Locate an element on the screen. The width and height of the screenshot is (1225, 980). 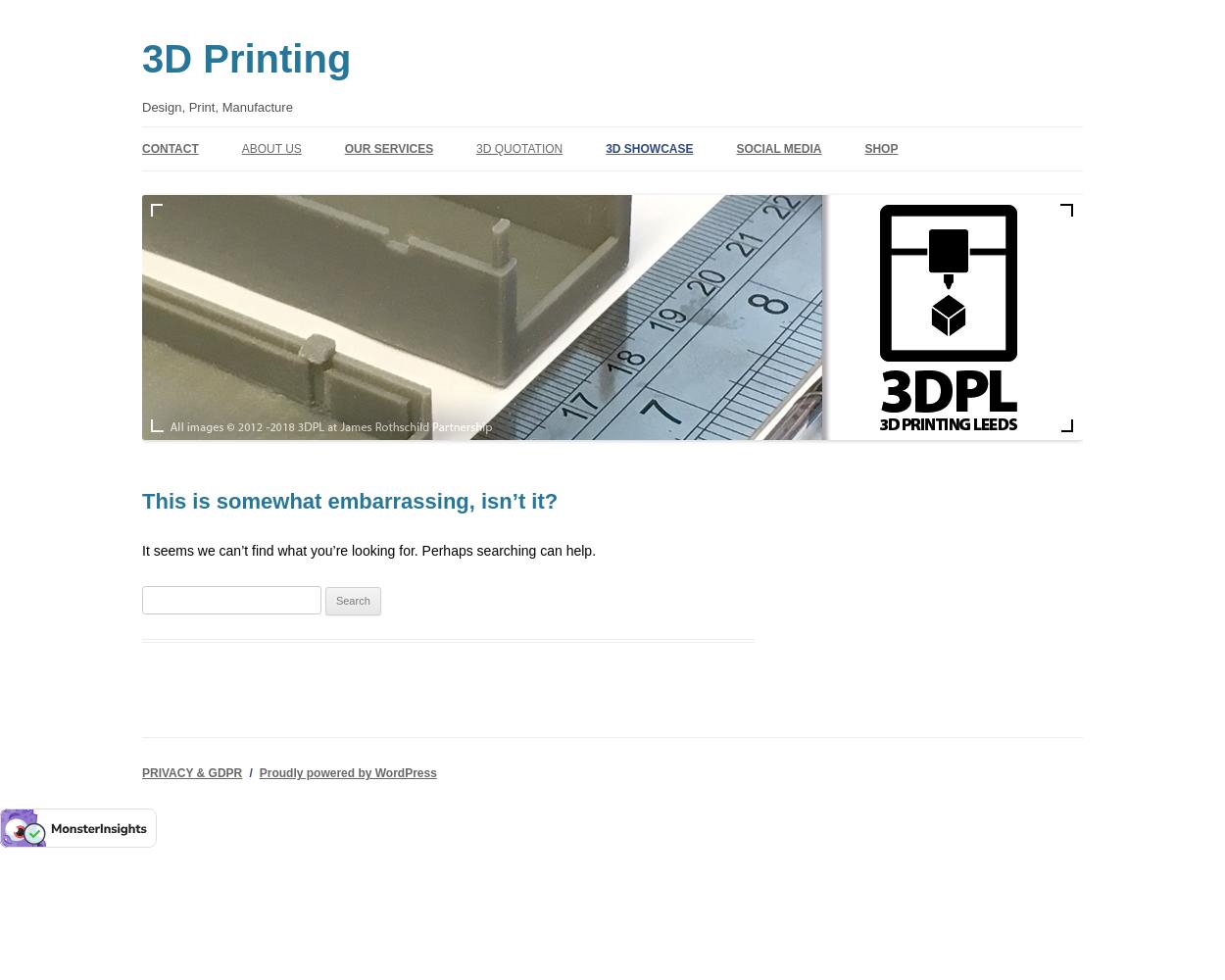
'This is somewhat embarrassing, isn’t it?' is located at coordinates (349, 501).